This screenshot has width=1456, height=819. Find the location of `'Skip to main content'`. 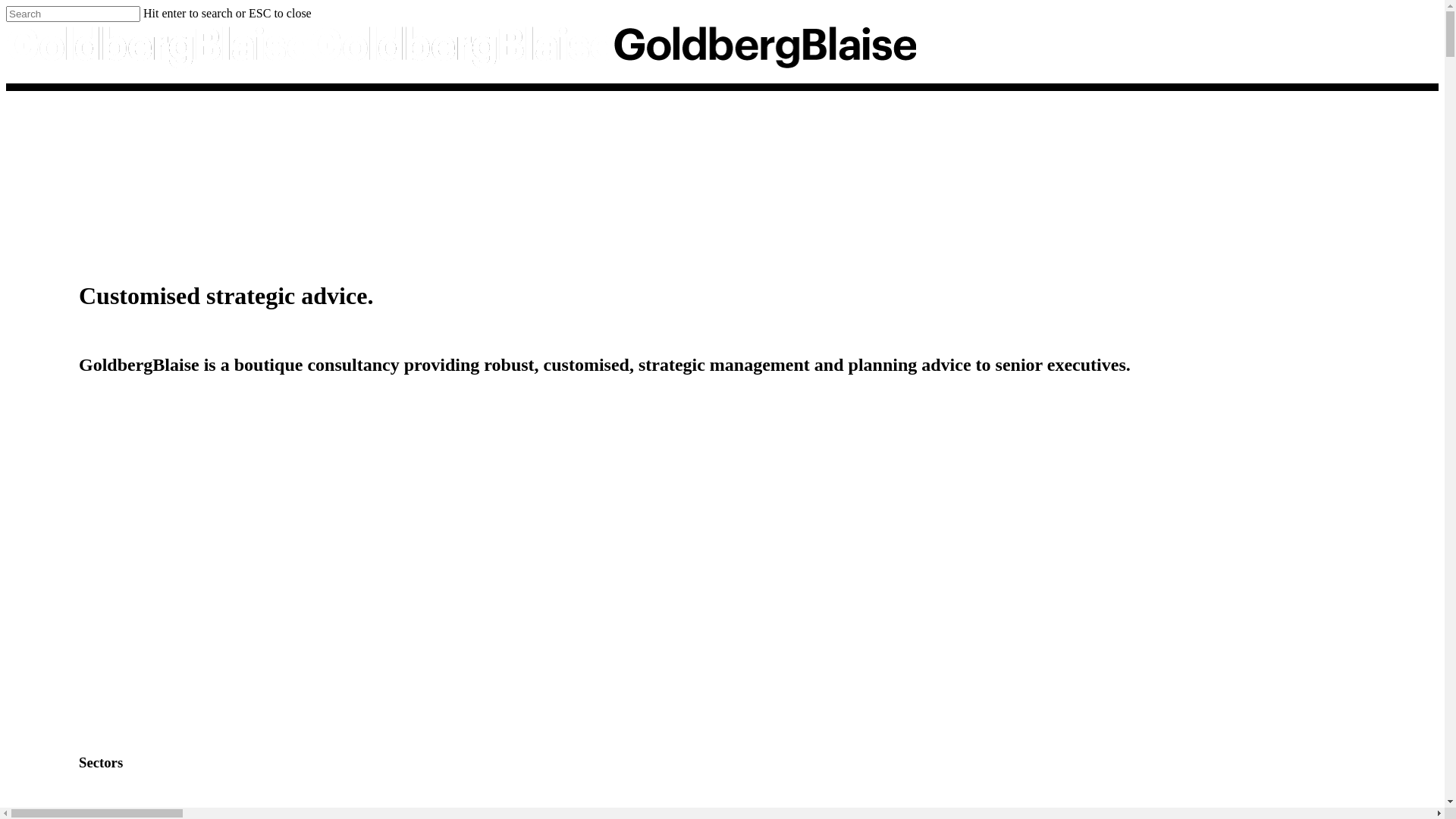

'Skip to main content' is located at coordinates (5, 5).